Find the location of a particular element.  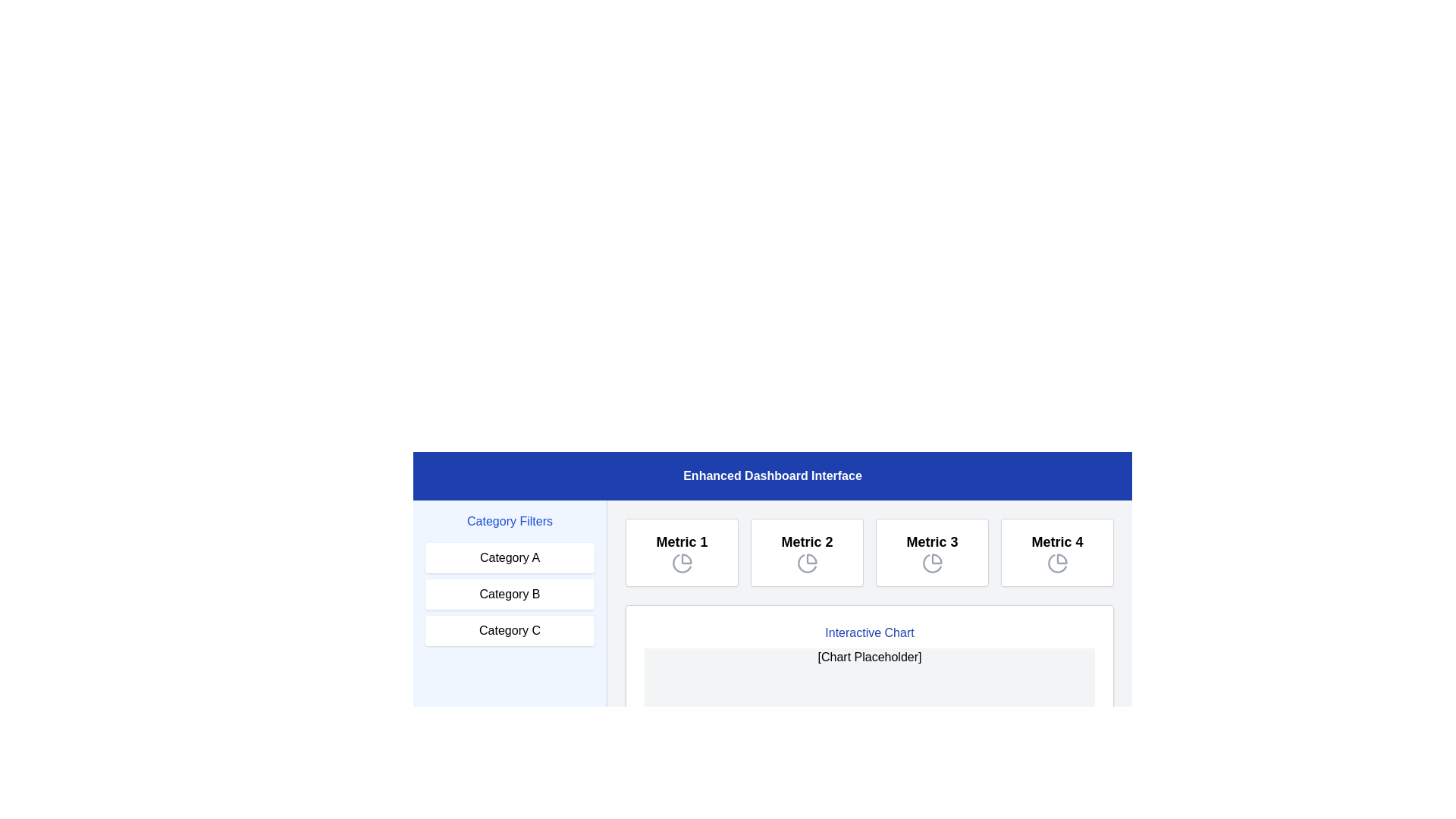

the Icon representing 'Metric 3', which is located below the title 'Metric 3' in the dashboard interface is located at coordinates (931, 563).